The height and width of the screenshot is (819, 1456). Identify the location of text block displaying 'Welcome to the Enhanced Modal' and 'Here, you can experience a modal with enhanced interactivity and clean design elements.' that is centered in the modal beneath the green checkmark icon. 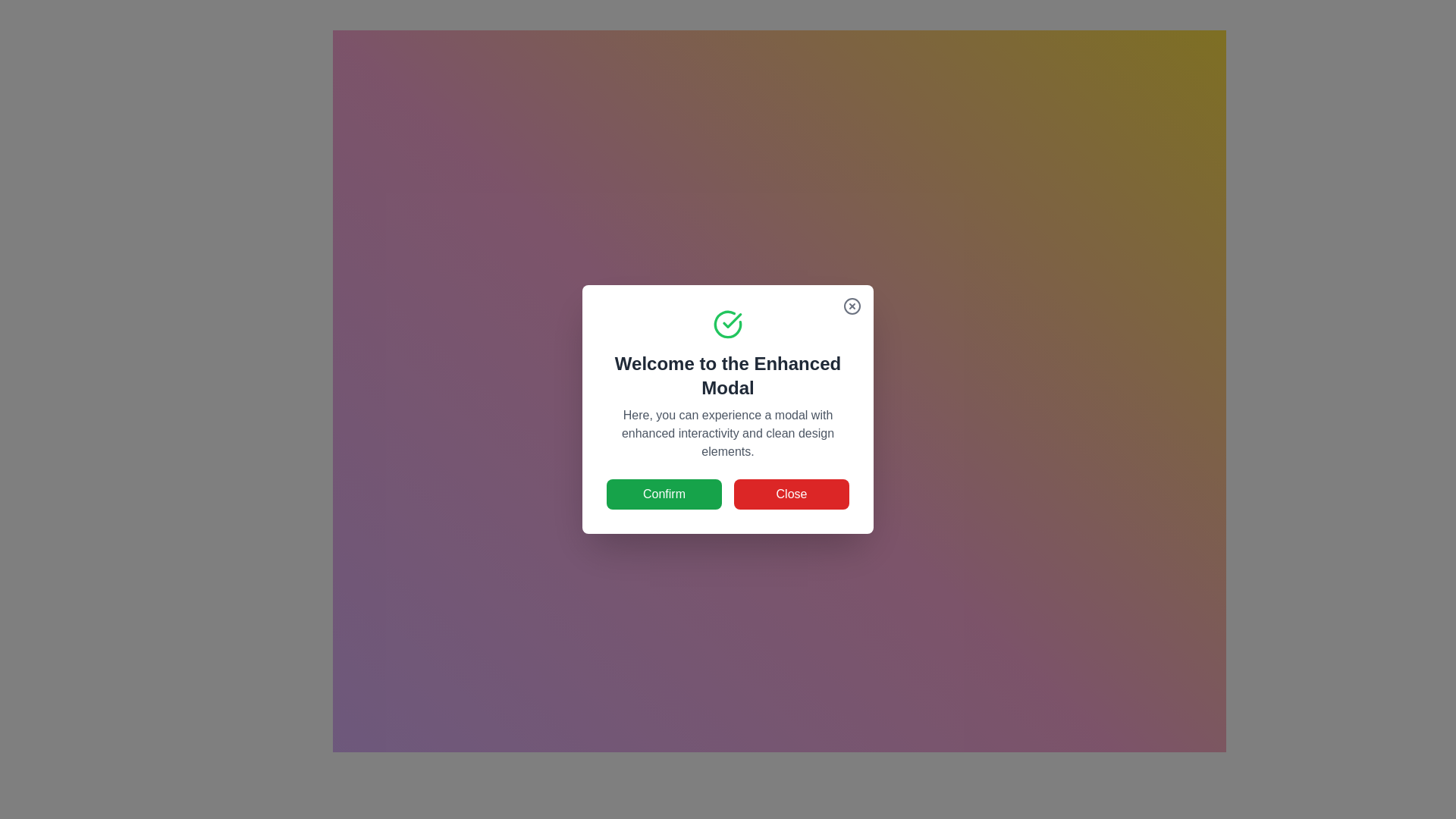
(728, 384).